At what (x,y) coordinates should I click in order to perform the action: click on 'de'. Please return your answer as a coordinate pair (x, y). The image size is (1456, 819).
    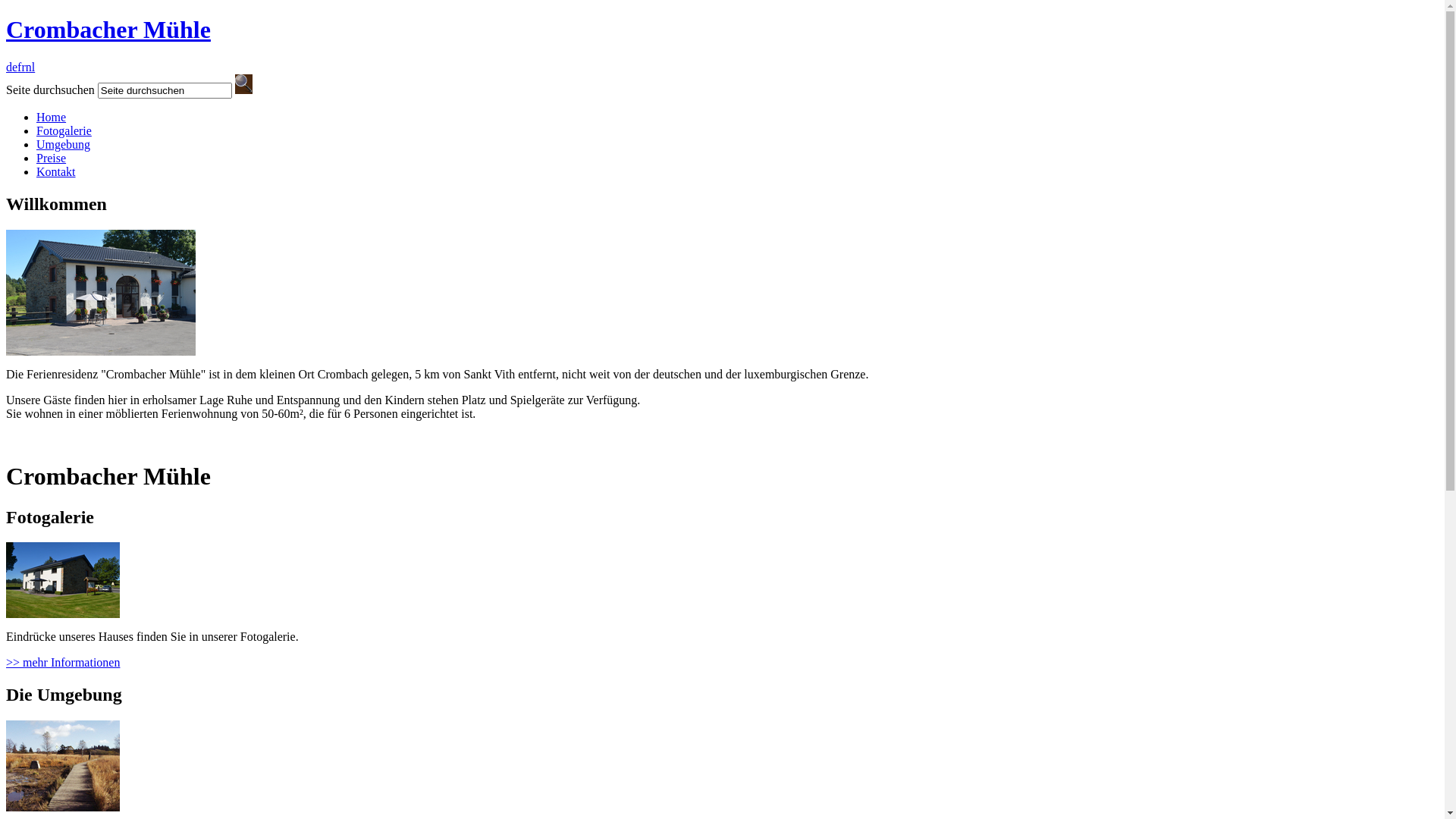
    Looking at the image, I should click on (11, 66).